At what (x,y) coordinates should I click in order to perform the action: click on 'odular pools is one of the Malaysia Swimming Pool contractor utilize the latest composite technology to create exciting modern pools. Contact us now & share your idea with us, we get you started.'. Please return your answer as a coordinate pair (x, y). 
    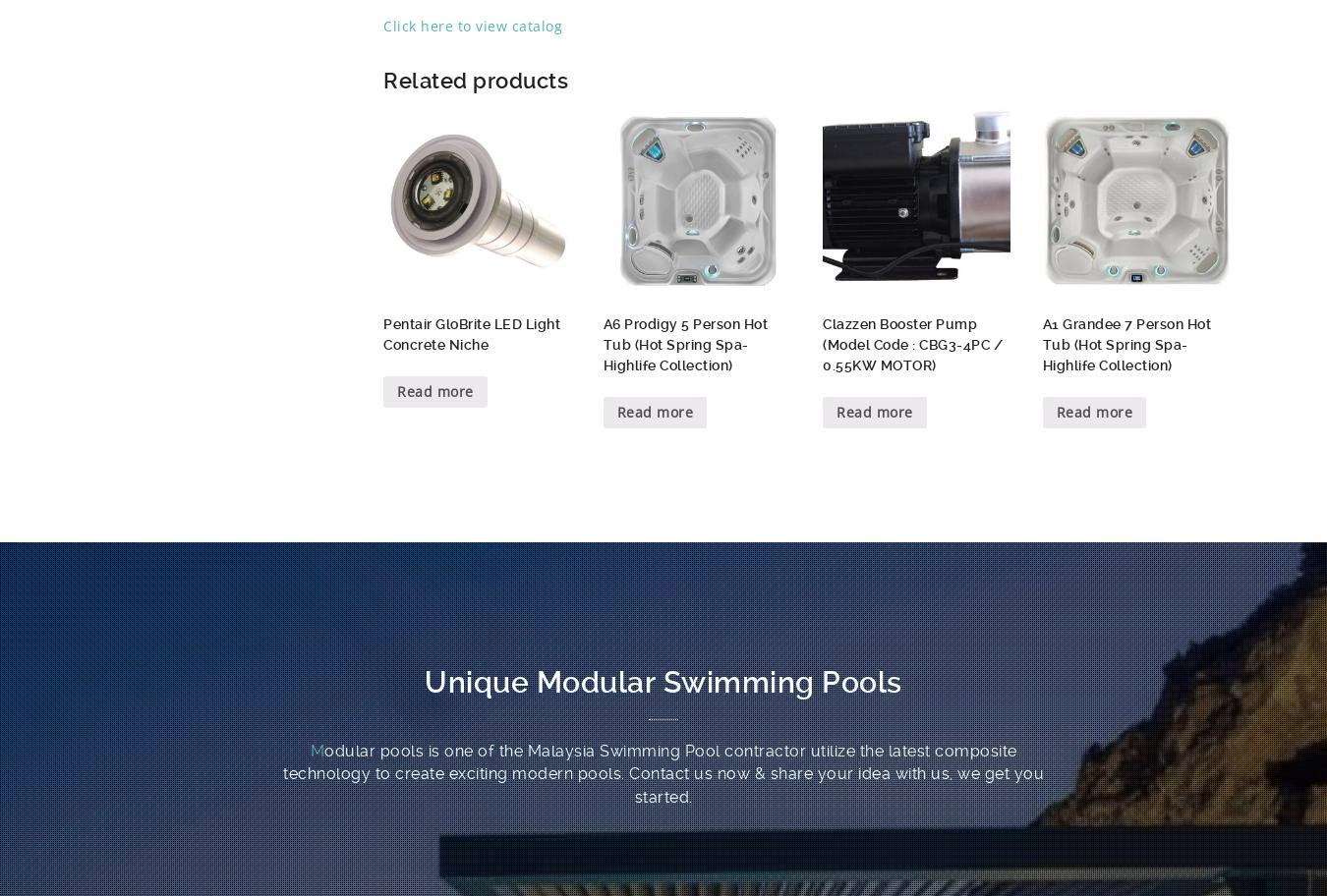
    Looking at the image, I should click on (663, 772).